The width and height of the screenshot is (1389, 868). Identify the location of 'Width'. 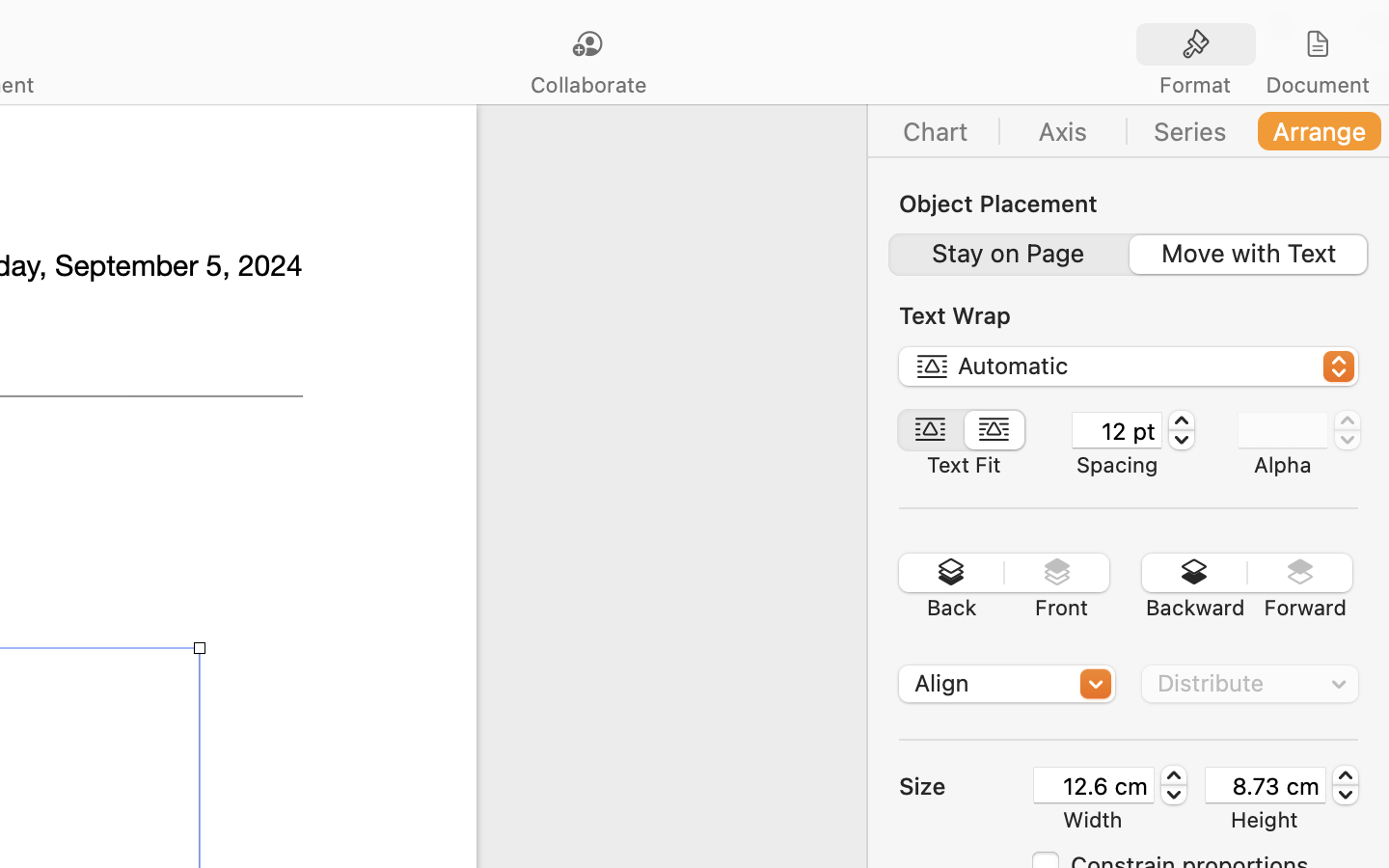
(1091, 819).